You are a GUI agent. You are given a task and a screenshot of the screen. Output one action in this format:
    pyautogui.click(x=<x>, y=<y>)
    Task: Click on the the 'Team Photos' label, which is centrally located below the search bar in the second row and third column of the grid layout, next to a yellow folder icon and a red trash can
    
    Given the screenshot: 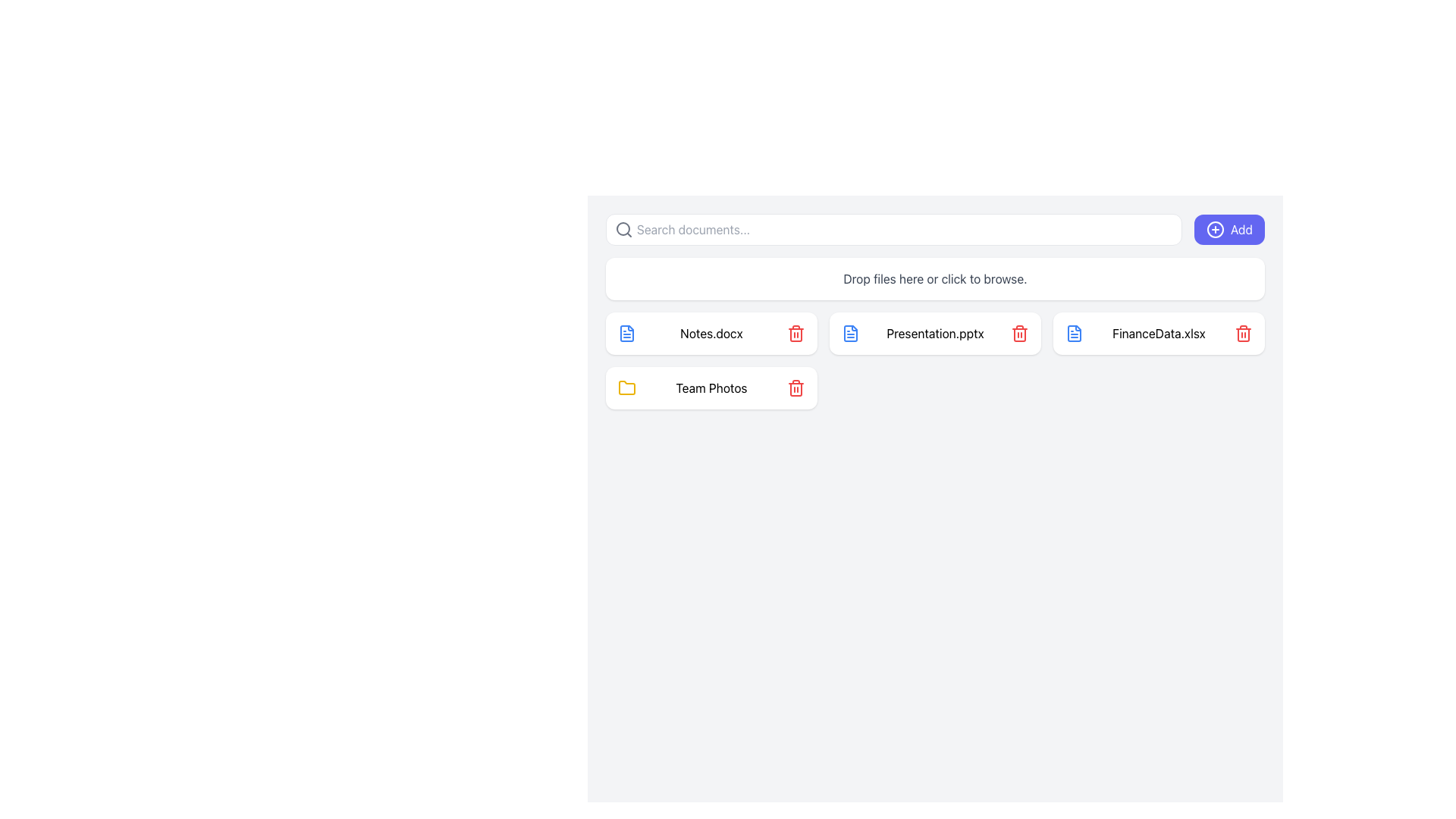 What is the action you would take?
    pyautogui.click(x=711, y=388)
    